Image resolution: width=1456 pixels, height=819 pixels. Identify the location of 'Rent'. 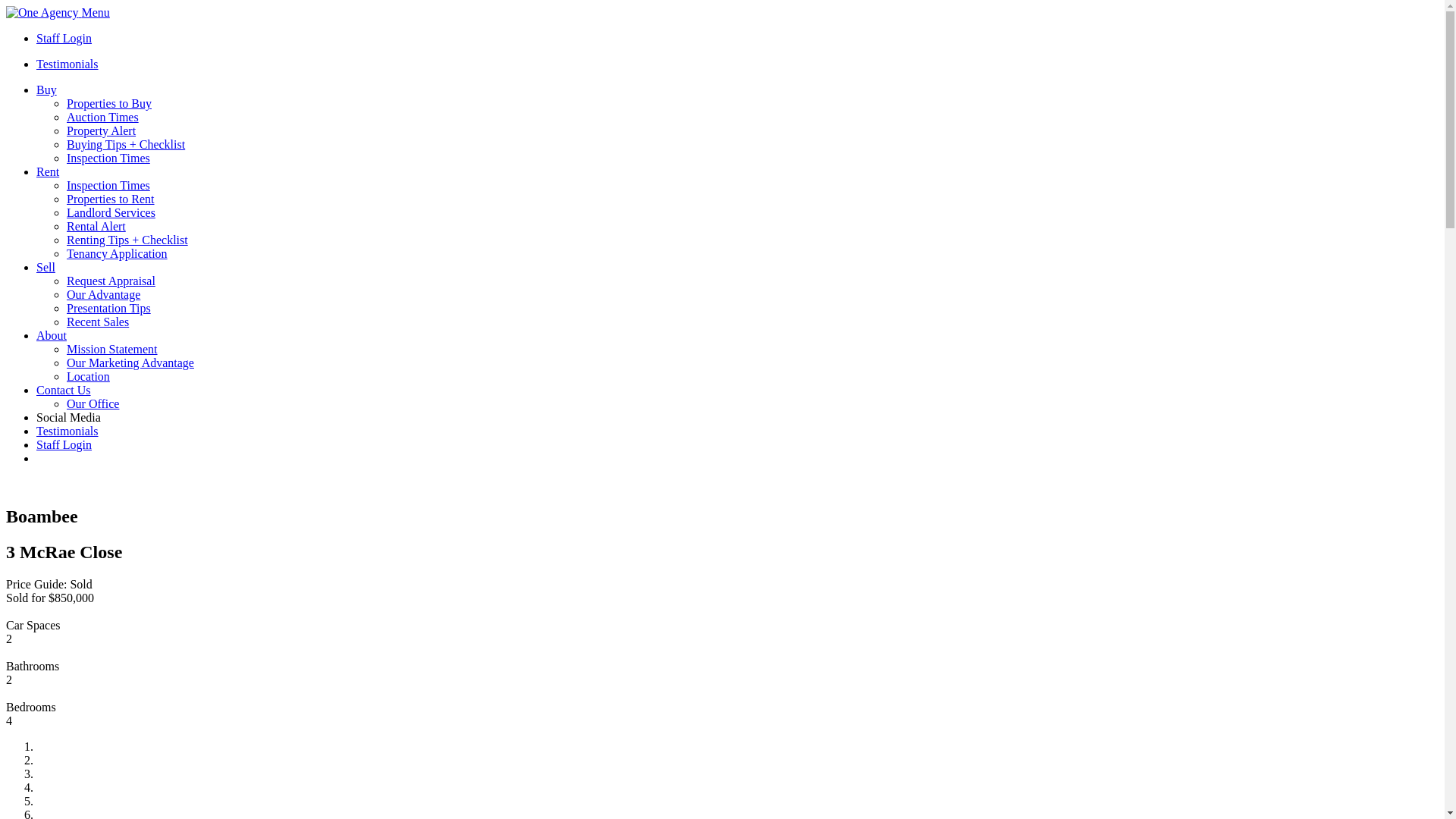
(47, 171).